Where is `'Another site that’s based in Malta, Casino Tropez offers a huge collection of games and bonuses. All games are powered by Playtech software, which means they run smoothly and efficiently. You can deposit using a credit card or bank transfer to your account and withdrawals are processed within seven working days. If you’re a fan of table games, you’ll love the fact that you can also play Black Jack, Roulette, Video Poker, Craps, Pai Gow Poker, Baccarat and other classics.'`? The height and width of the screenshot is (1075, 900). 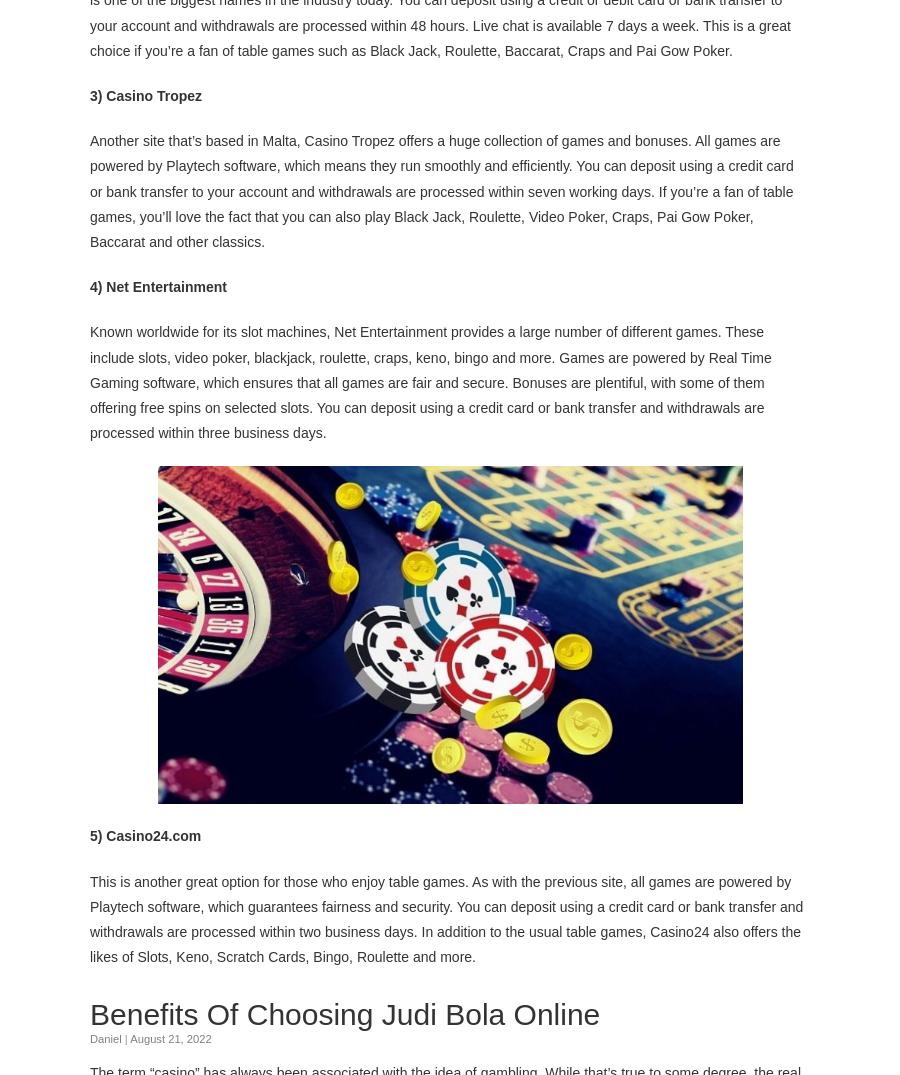
'Another site that’s based in Malta, Casino Tropez offers a huge collection of games and bonuses. All games are powered by Playtech software, which means they run smoothly and efficiently. You can deposit using a credit card or bank transfer to your account and withdrawals are processed within seven working days. If you’re a fan of table games, you’ll love the fact that you can also play Black Jack, Roulette, Video Poker, Craps, Pai Gow Poker, Baccarat and other classics.' is located at coordinates (441, 189).